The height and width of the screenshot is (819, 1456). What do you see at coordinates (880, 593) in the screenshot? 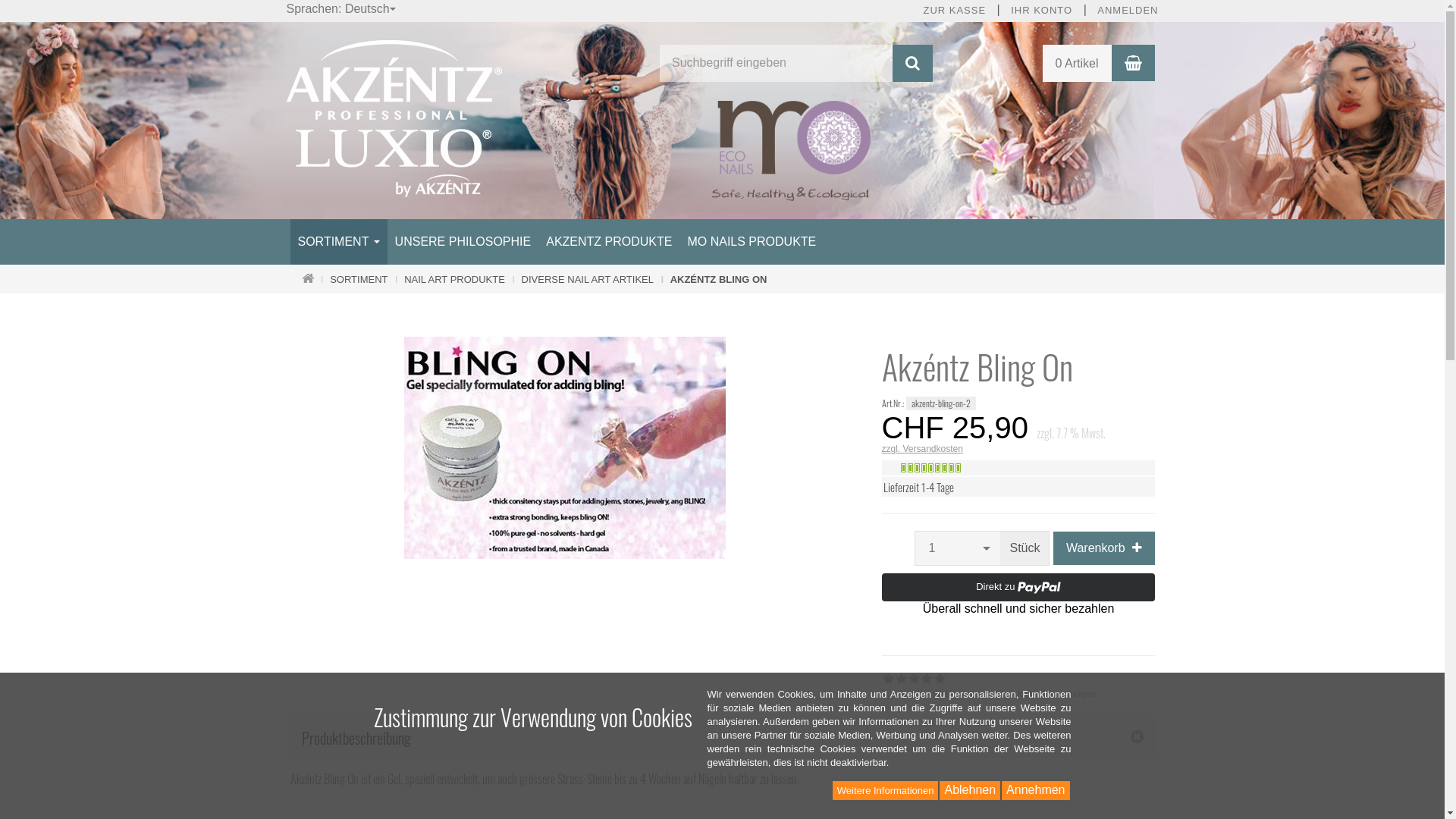
I see `'PayPal'` at bounding box center [880, 593].